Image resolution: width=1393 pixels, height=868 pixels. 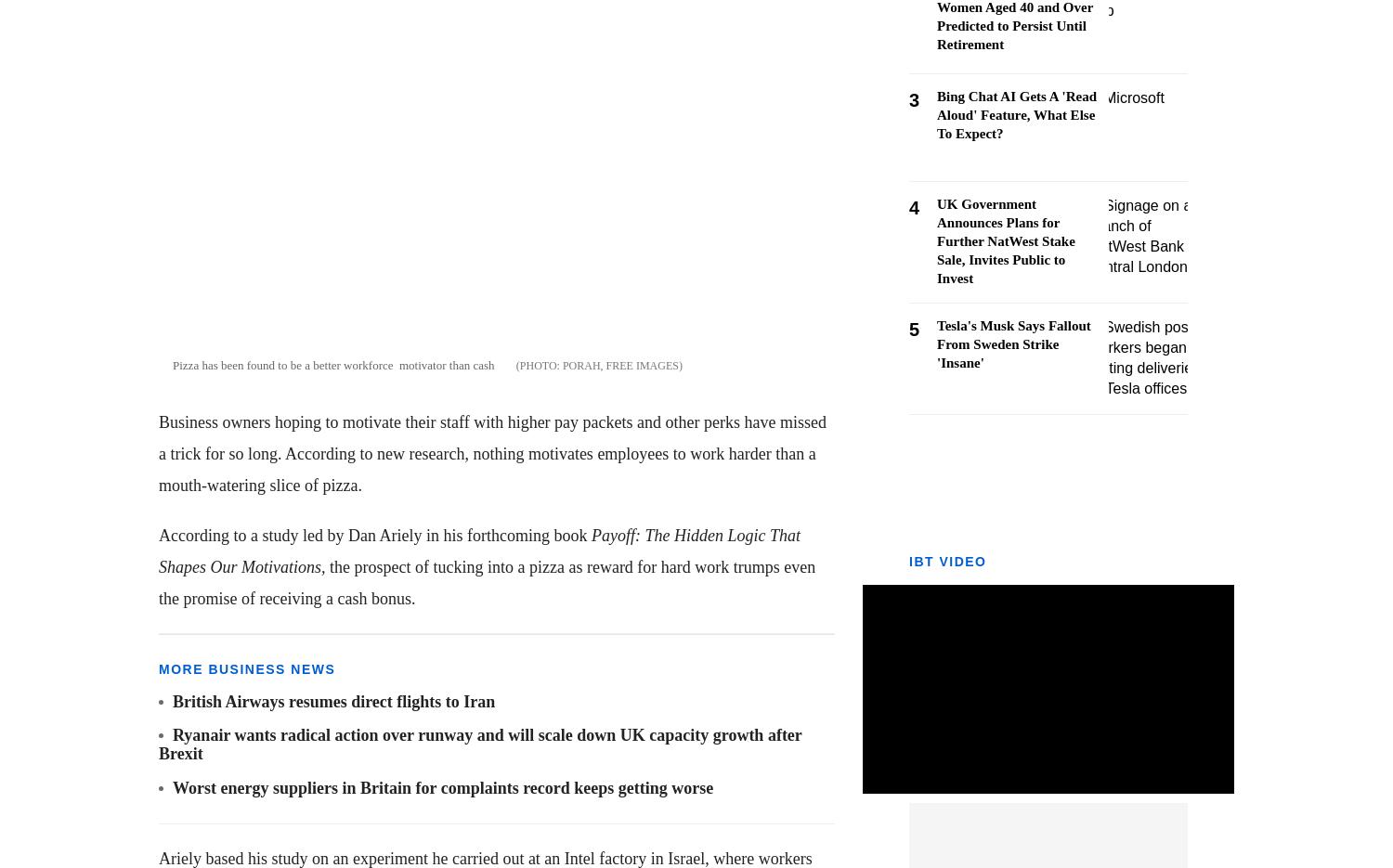 What do you see at coordinates (159, 667) in the screenshot?
I see `'More business news'` at bounding box center [159, 667].